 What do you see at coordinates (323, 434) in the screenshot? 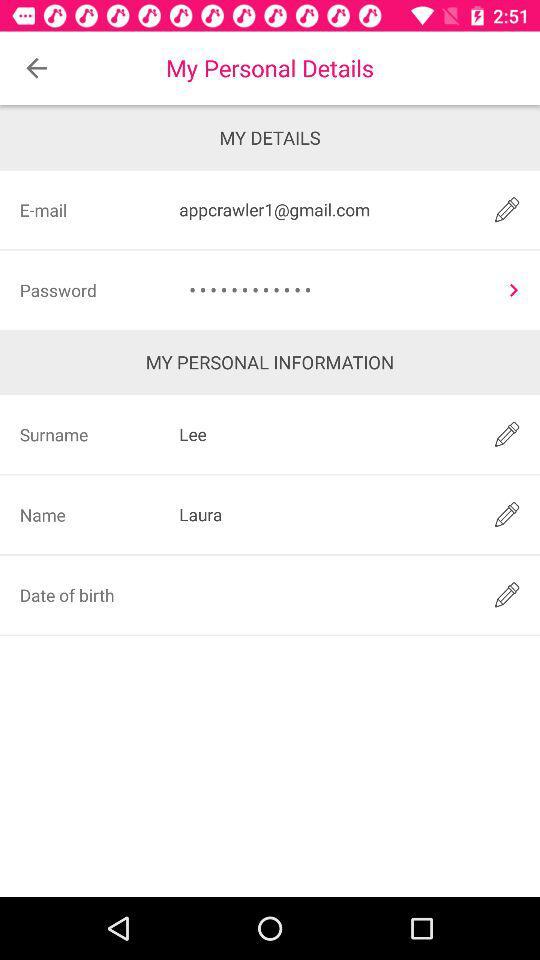
I see `icon below the my personal information` at bounding box center [323, 434].